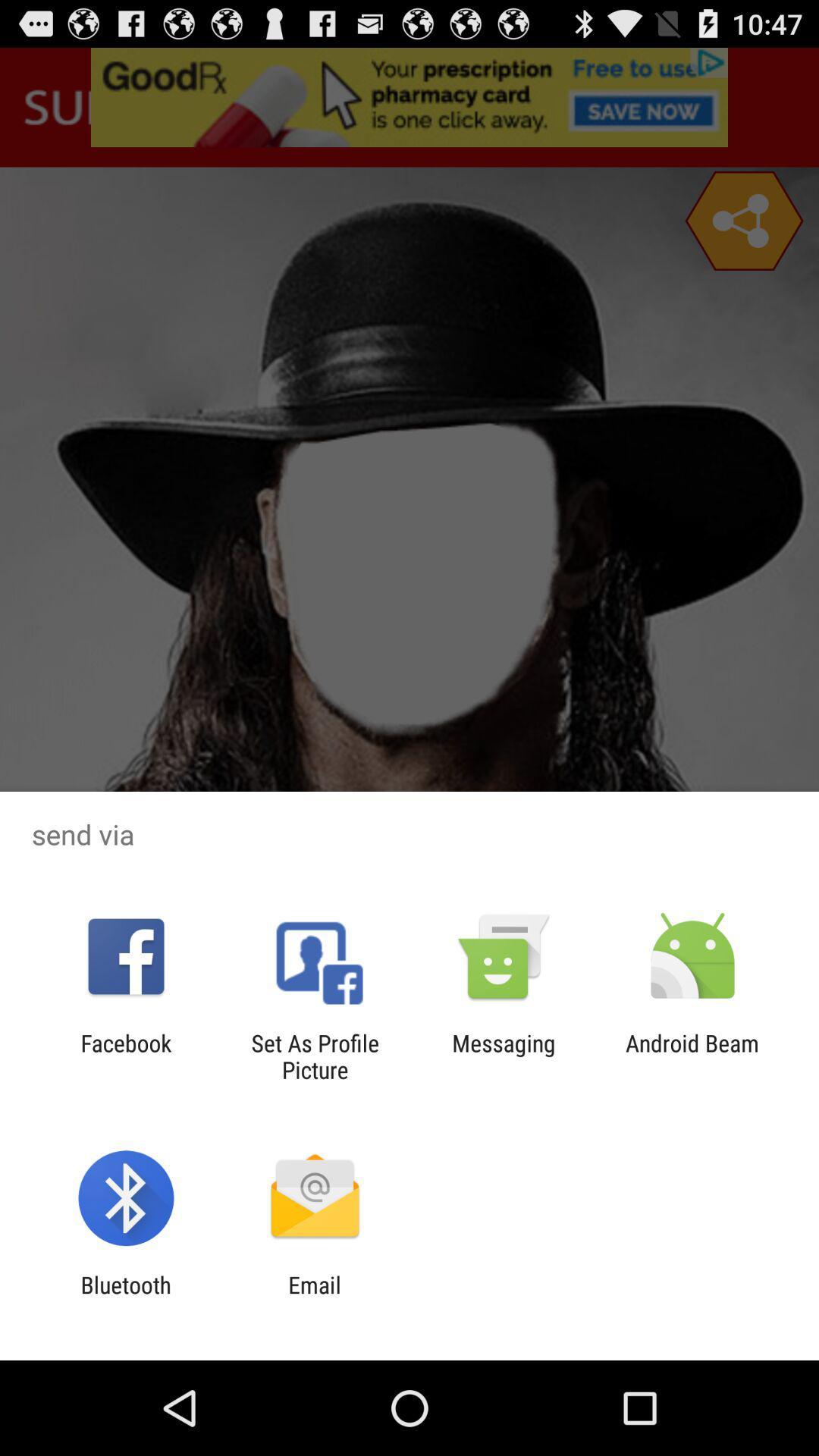 The width and height of the screenshot is (819, 1456). I want to click on app next to messaging, so click(692, 1056).